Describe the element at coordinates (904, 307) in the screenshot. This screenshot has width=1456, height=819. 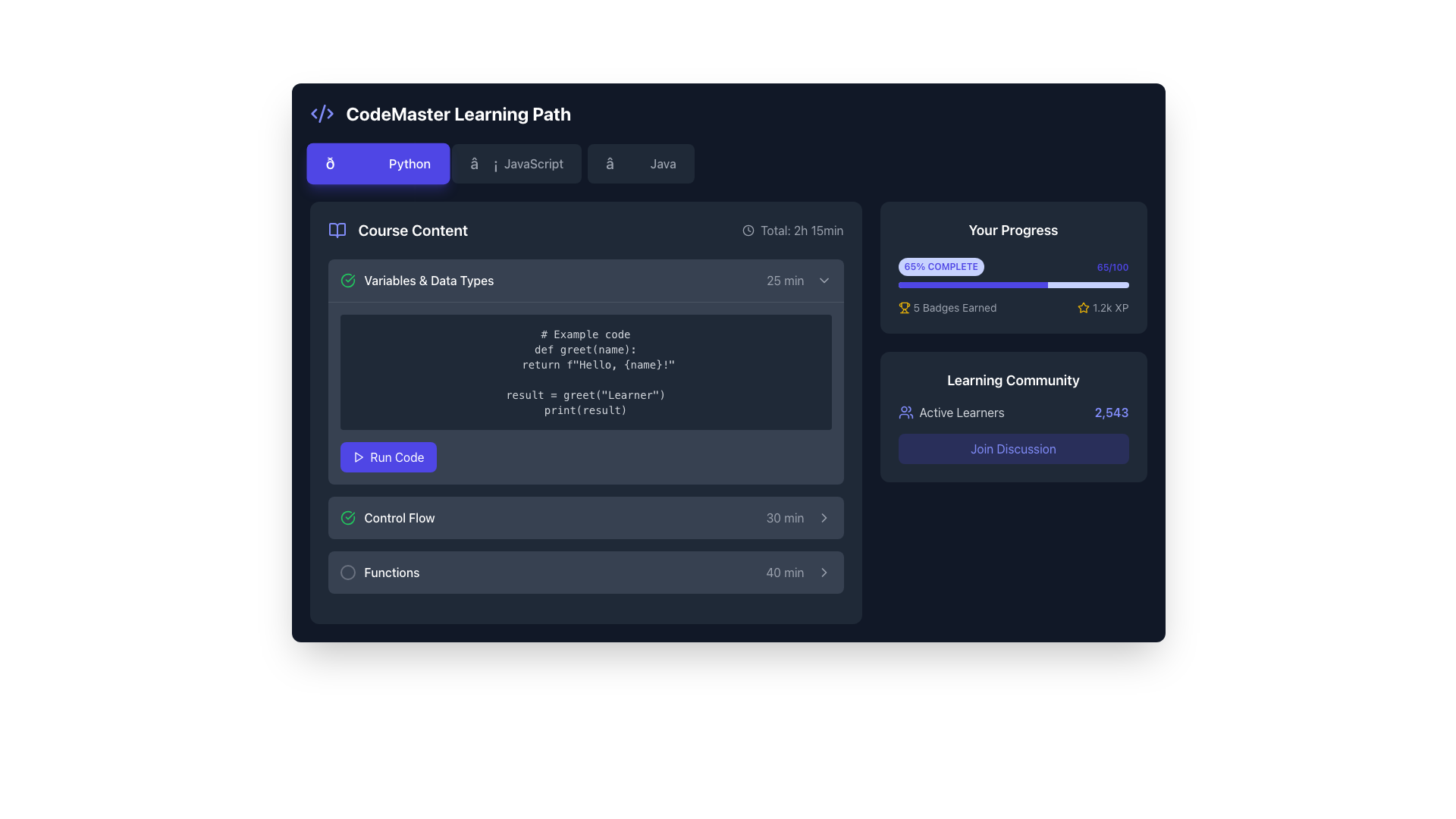
I see `the trophy icon that depicts '5 Badges Earned' in the progress indication section located under 'Your Progress'` at that location.